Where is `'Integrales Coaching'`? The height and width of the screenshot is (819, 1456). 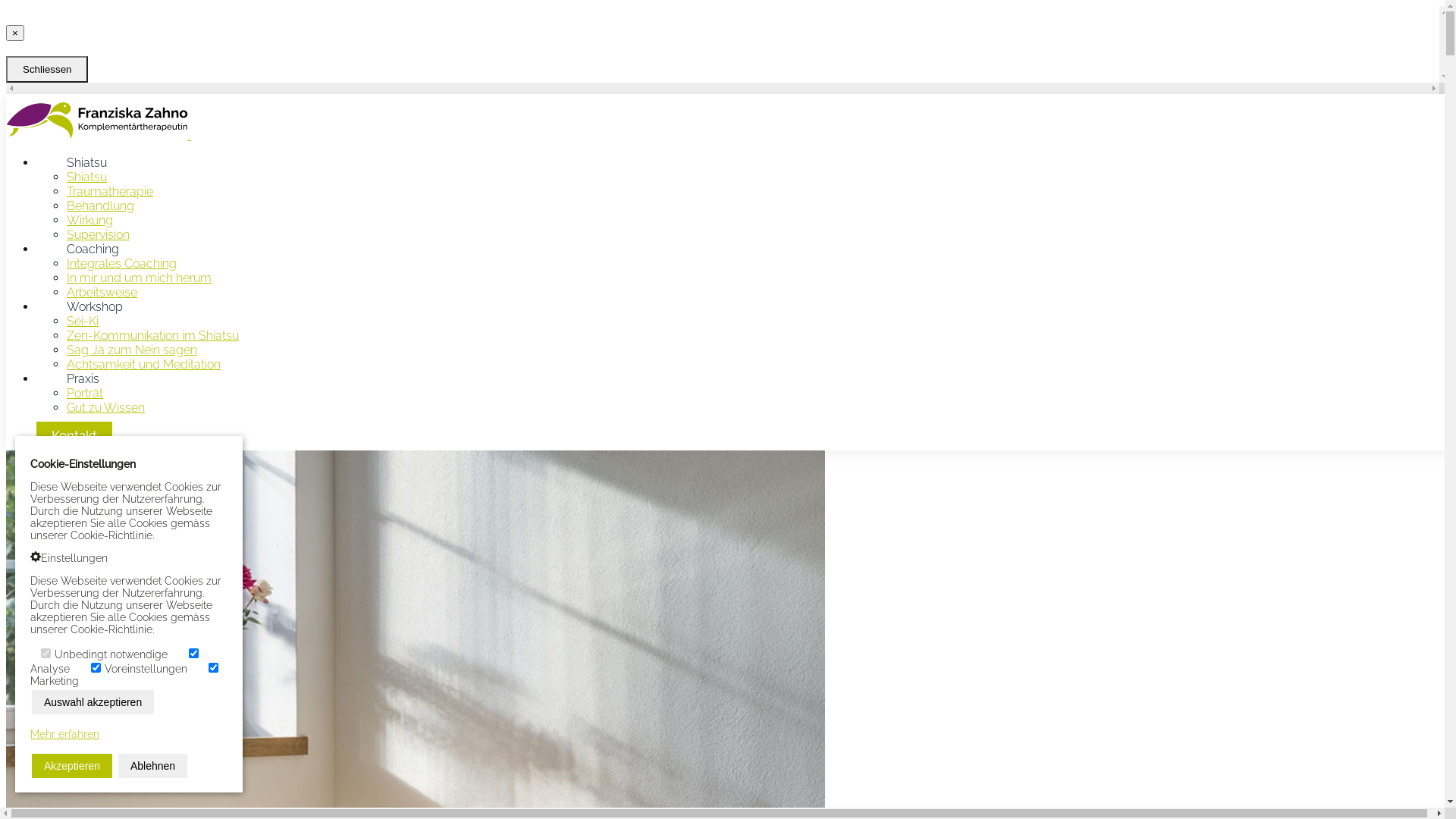 'Integrales Coaching' is located at coordinates (121, 262).